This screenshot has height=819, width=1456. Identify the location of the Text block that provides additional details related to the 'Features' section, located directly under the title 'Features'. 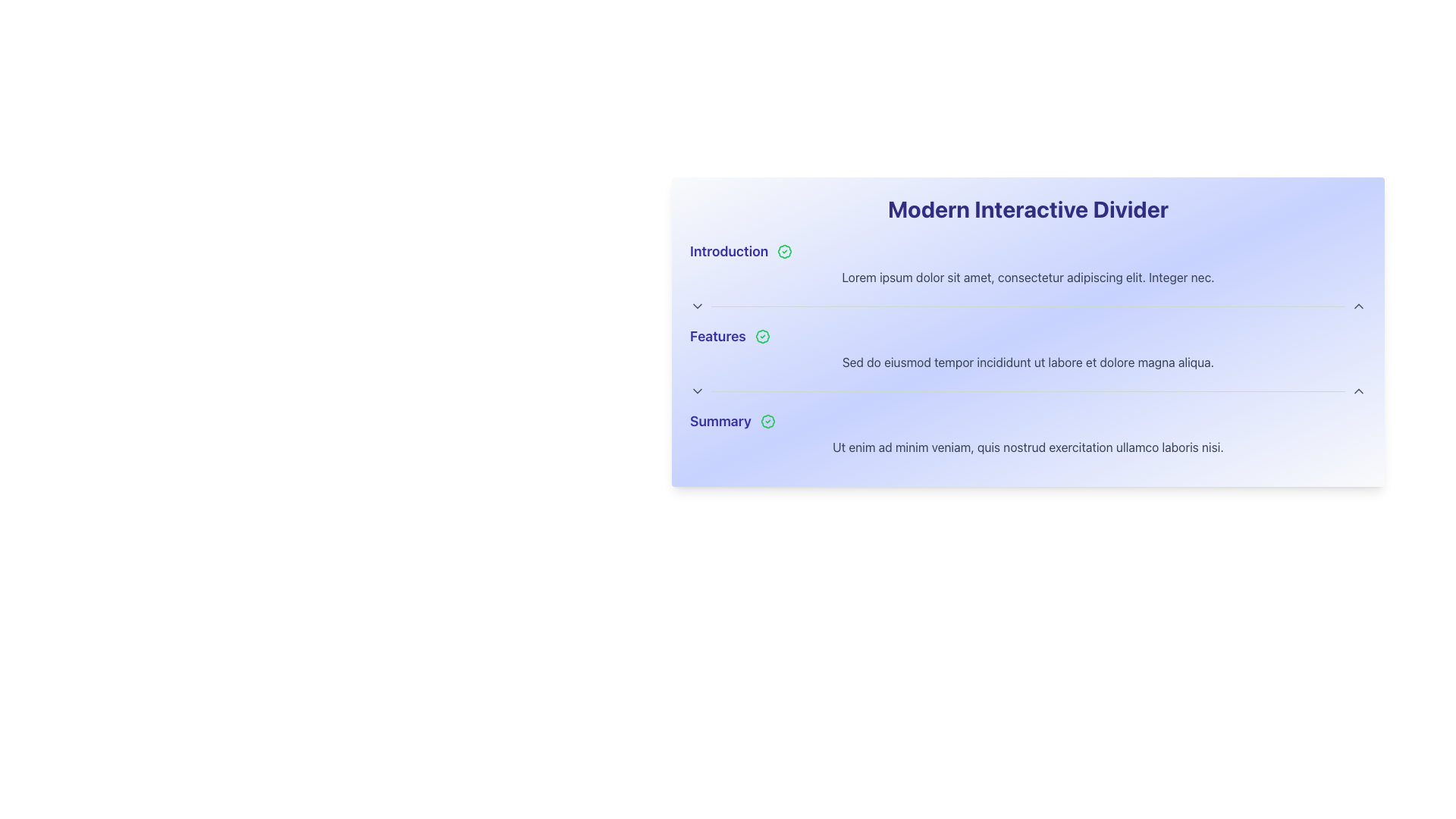
(1028, 362).